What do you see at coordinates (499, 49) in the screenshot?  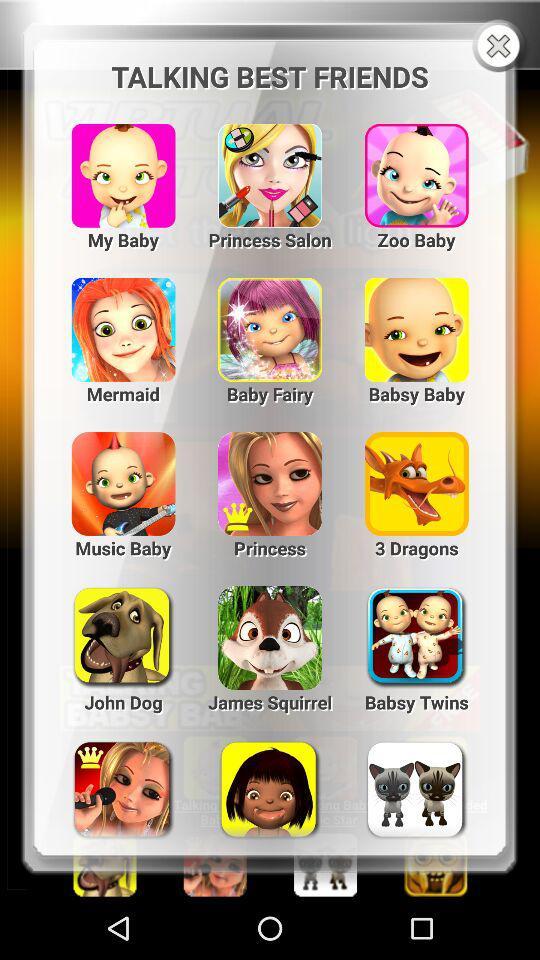 I see `the close icon` at bounding box center [499, 49].